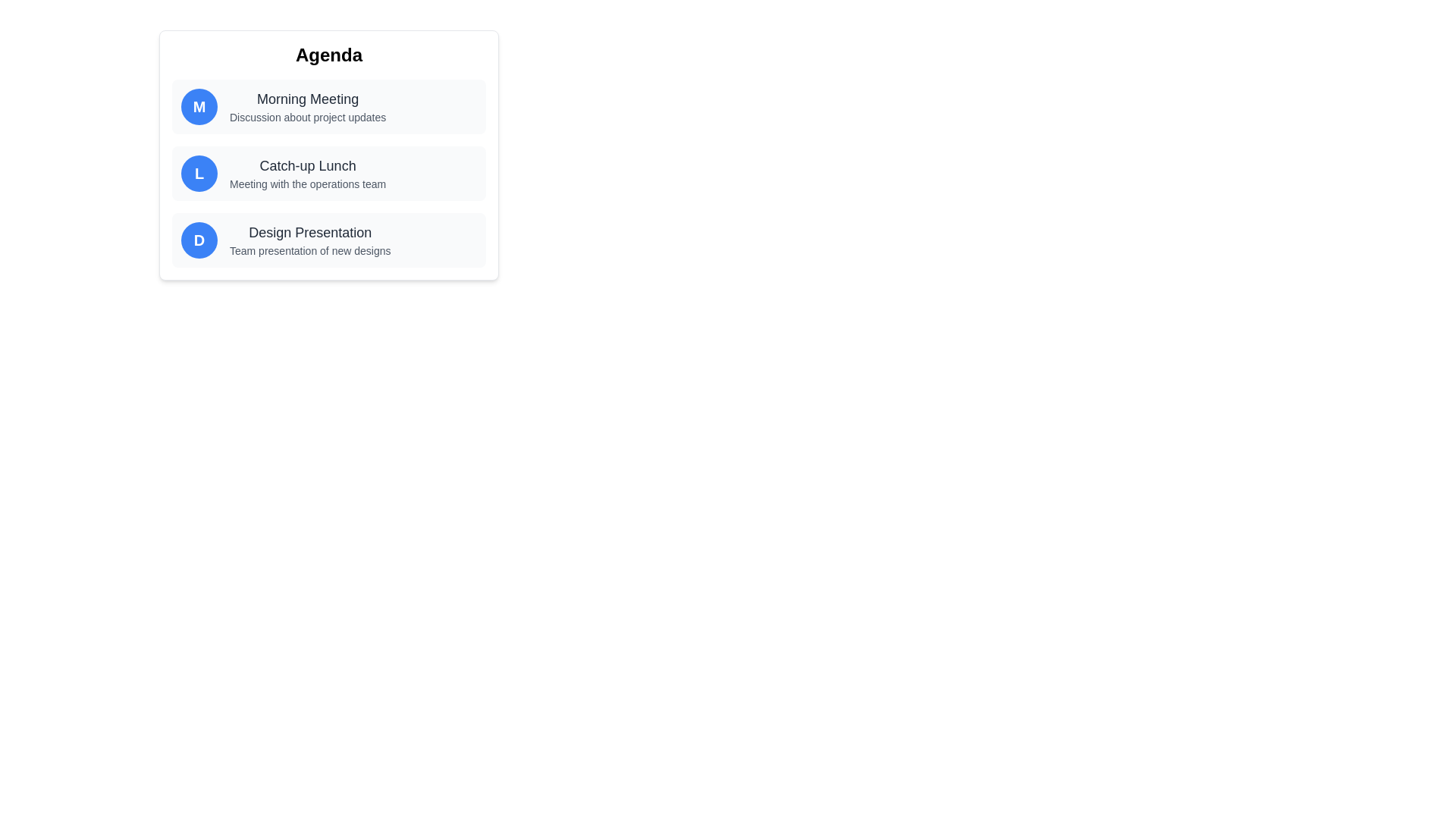 The image size is (1456, 819). Describe the element at coordinates (309, 239) in the screenshot. I see `the Text block that serves as a title and description for the list item, labeled 'Design Presentation' with additional text 'Team presentation of new designs'` at that location.